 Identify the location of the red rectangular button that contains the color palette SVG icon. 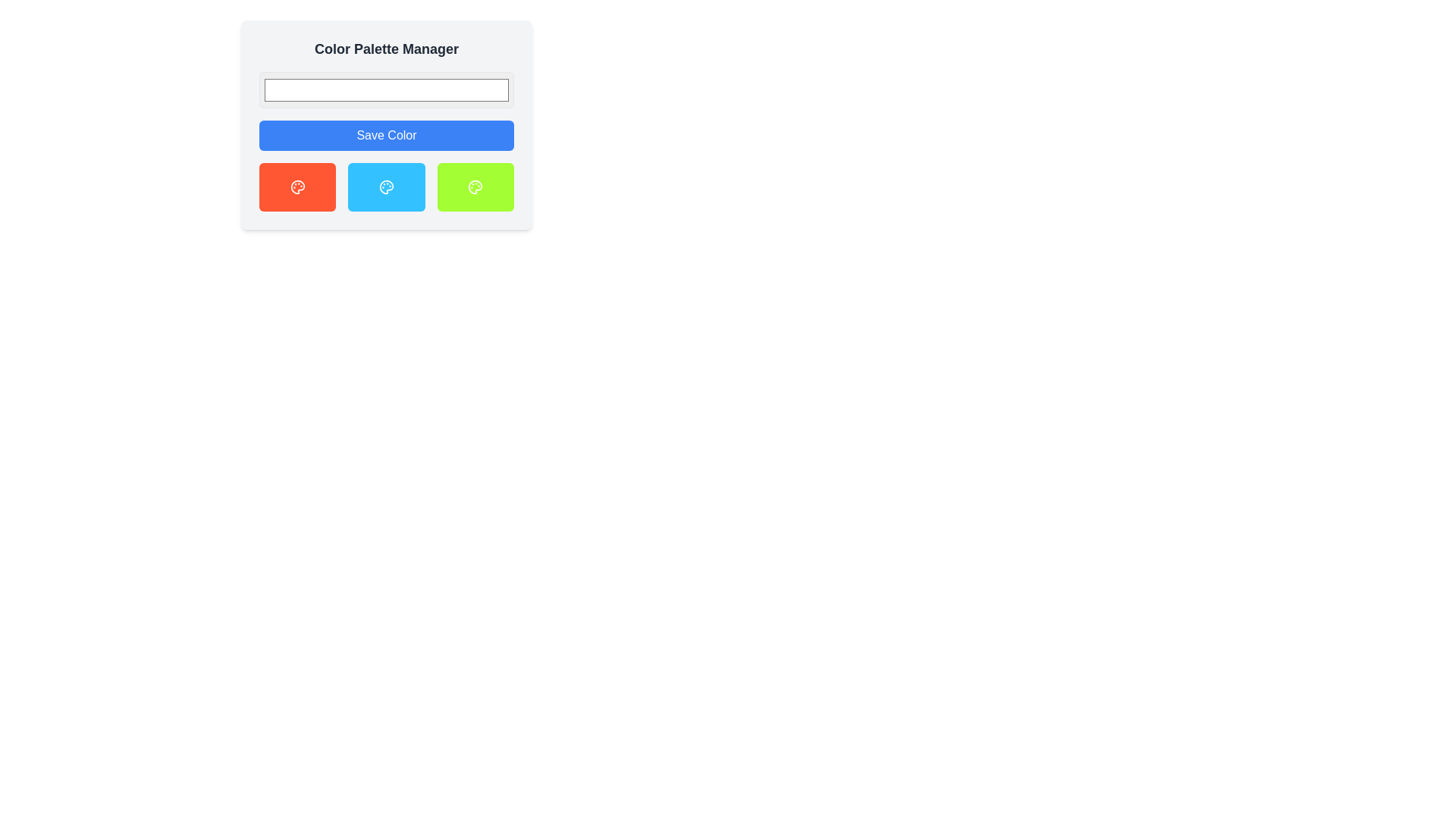
(297, 186).